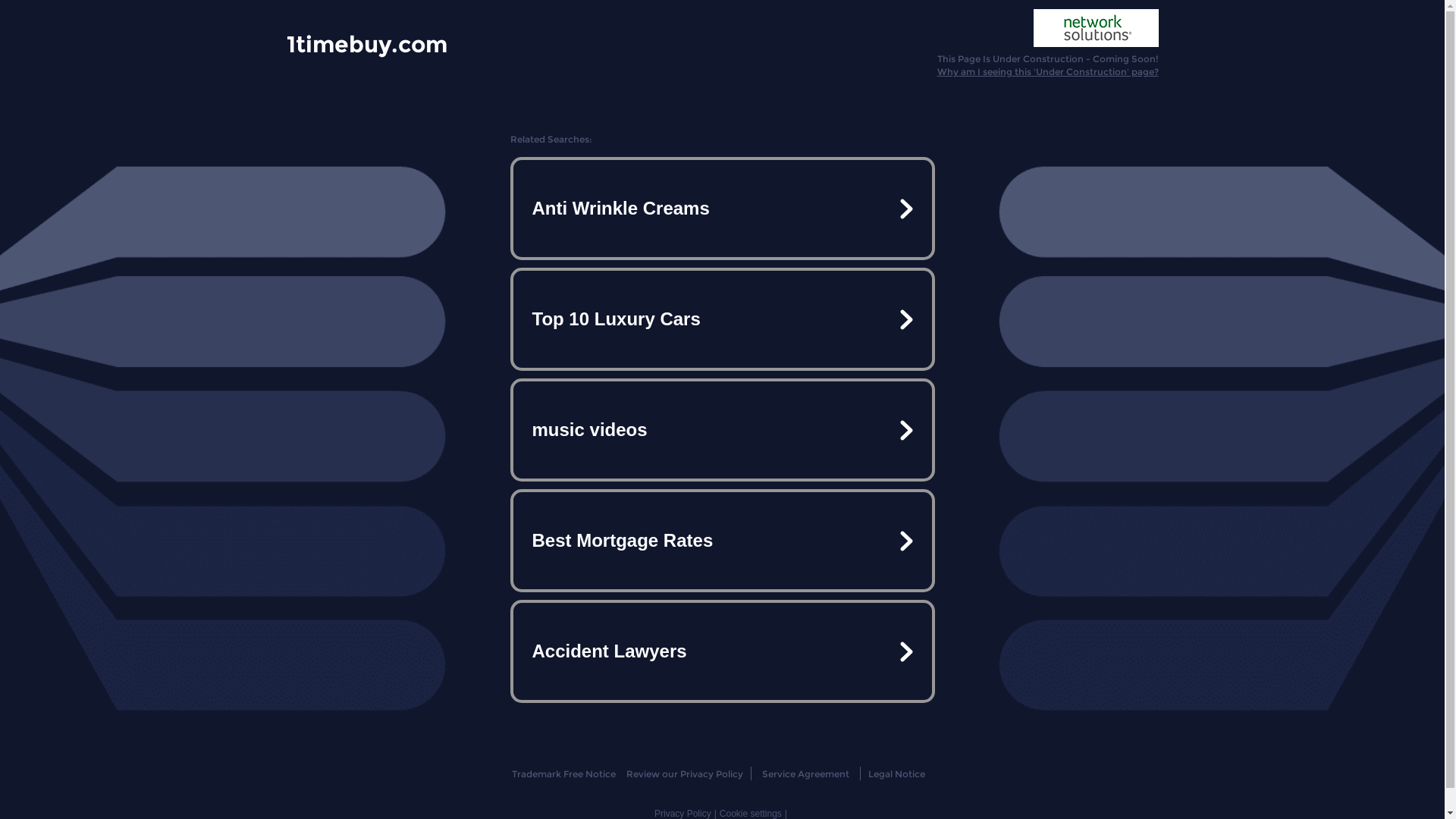  I want to click on 'Trademark Free Notice', so click(563, 773).